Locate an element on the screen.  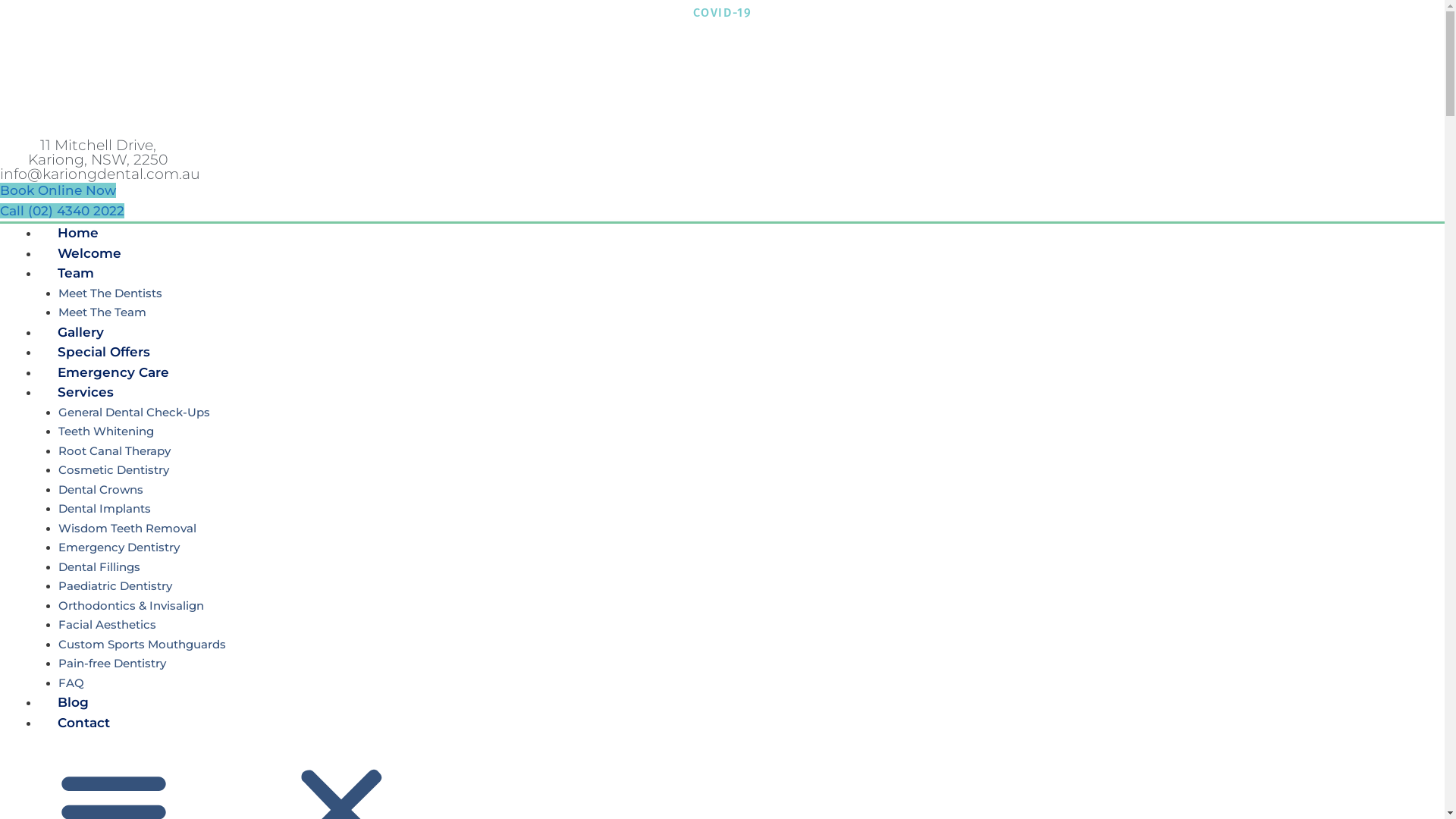
'Services' is located at coordinates (85, 391).